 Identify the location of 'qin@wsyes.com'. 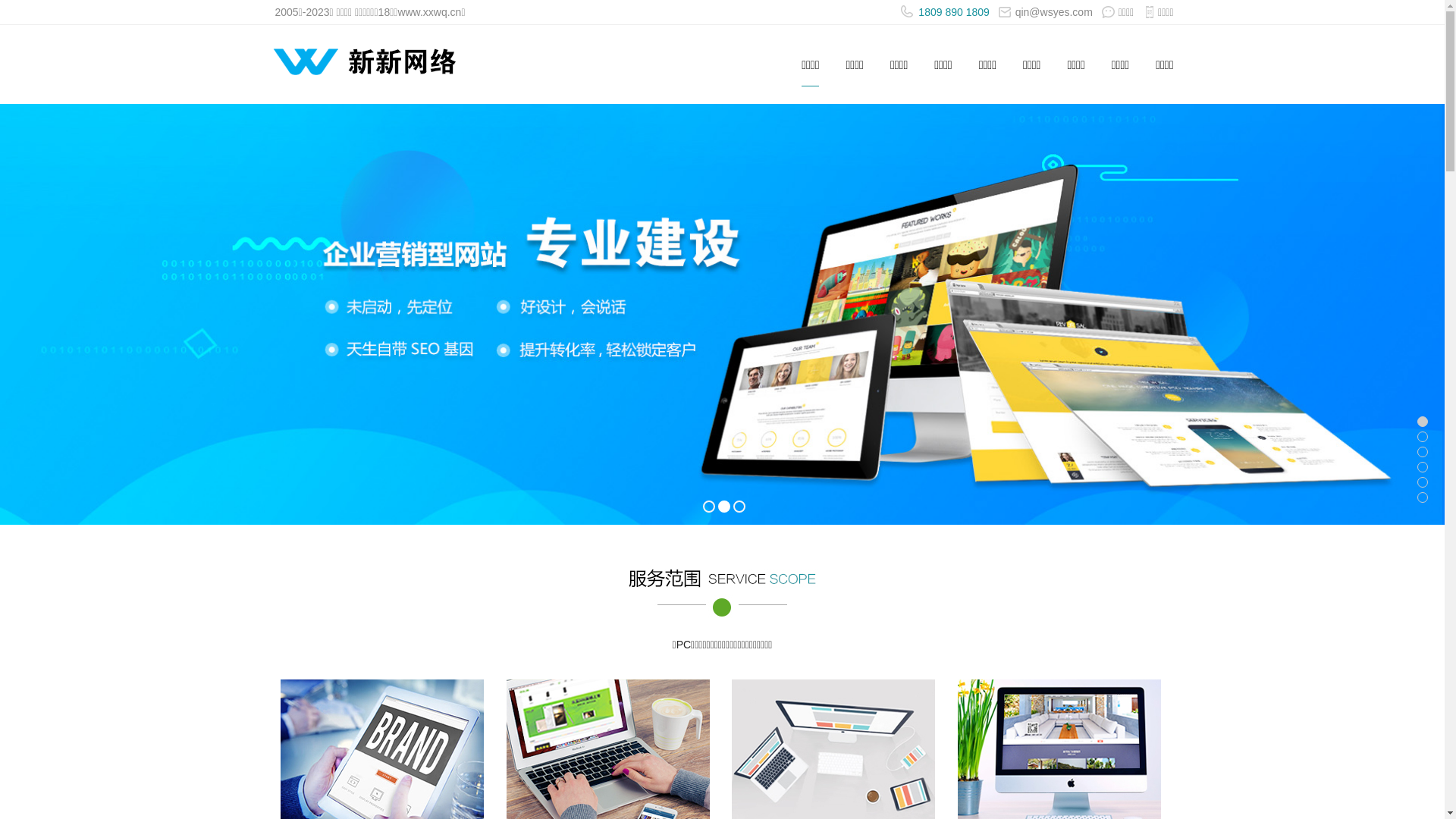
(1044, 11).